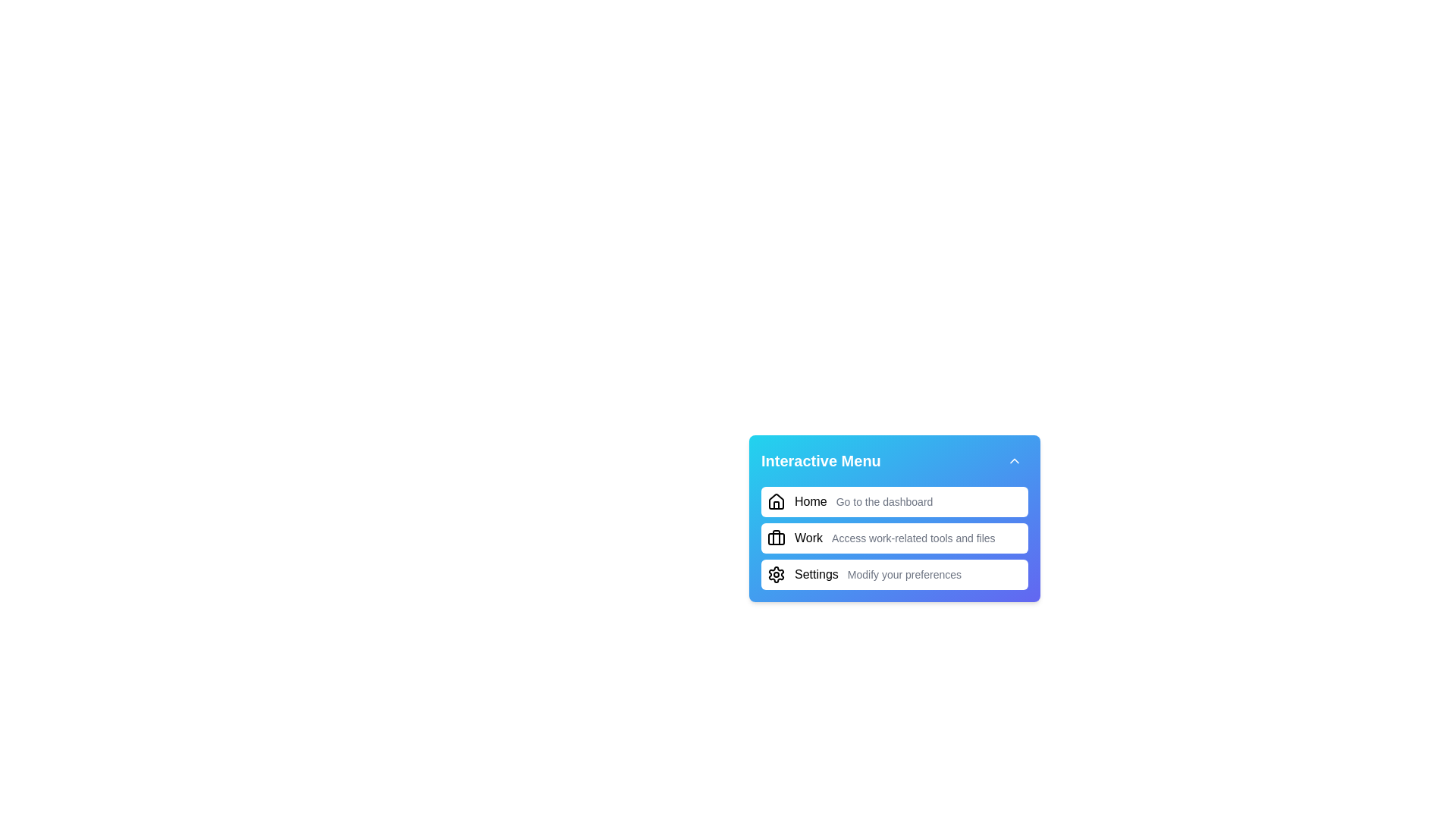 The image size is (1456, 819). I want to click on the text label that reads 'Go to the dashboard', which is positioned to the right of the 'Home' text in the topmost interactive section of the vertical menu interface, so click(884, 502).